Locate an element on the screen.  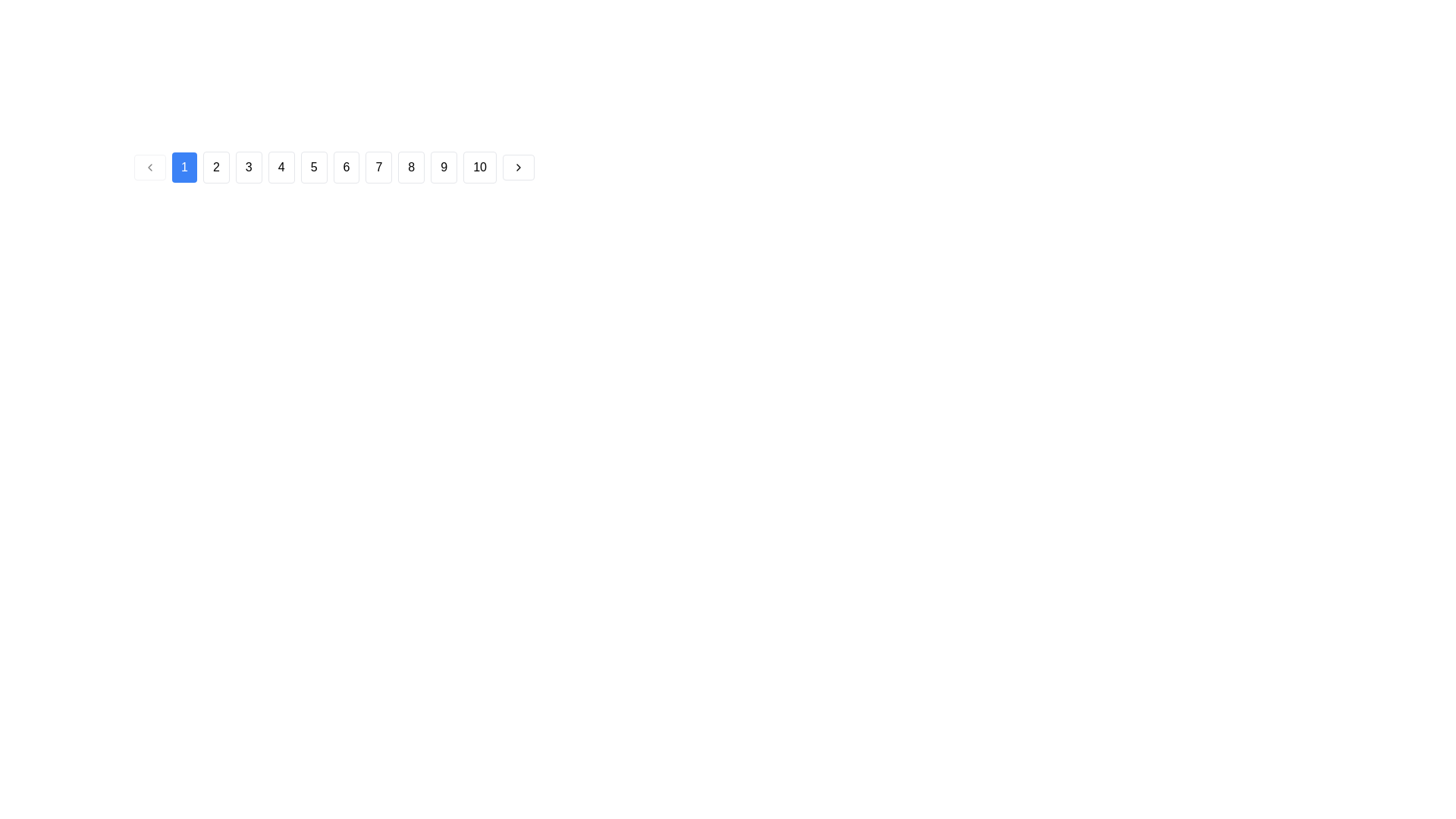
the pagination button that navigates to the eighth page, positioned between buttons '7' and '9' is located at coordinates (411, 167).